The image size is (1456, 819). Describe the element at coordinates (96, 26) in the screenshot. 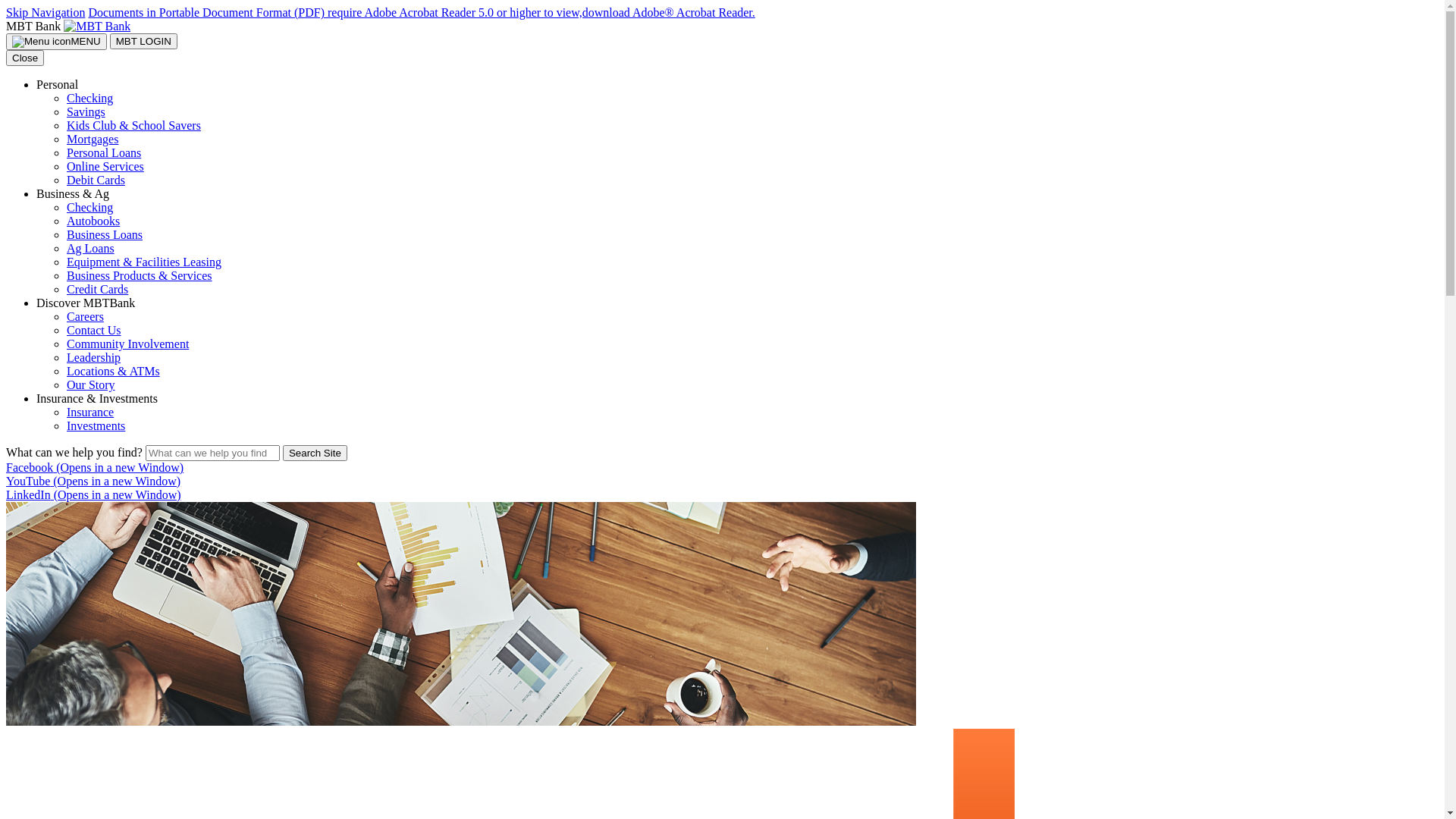

I see `'MBT Bank, Clear Lake, IA'` at that location.